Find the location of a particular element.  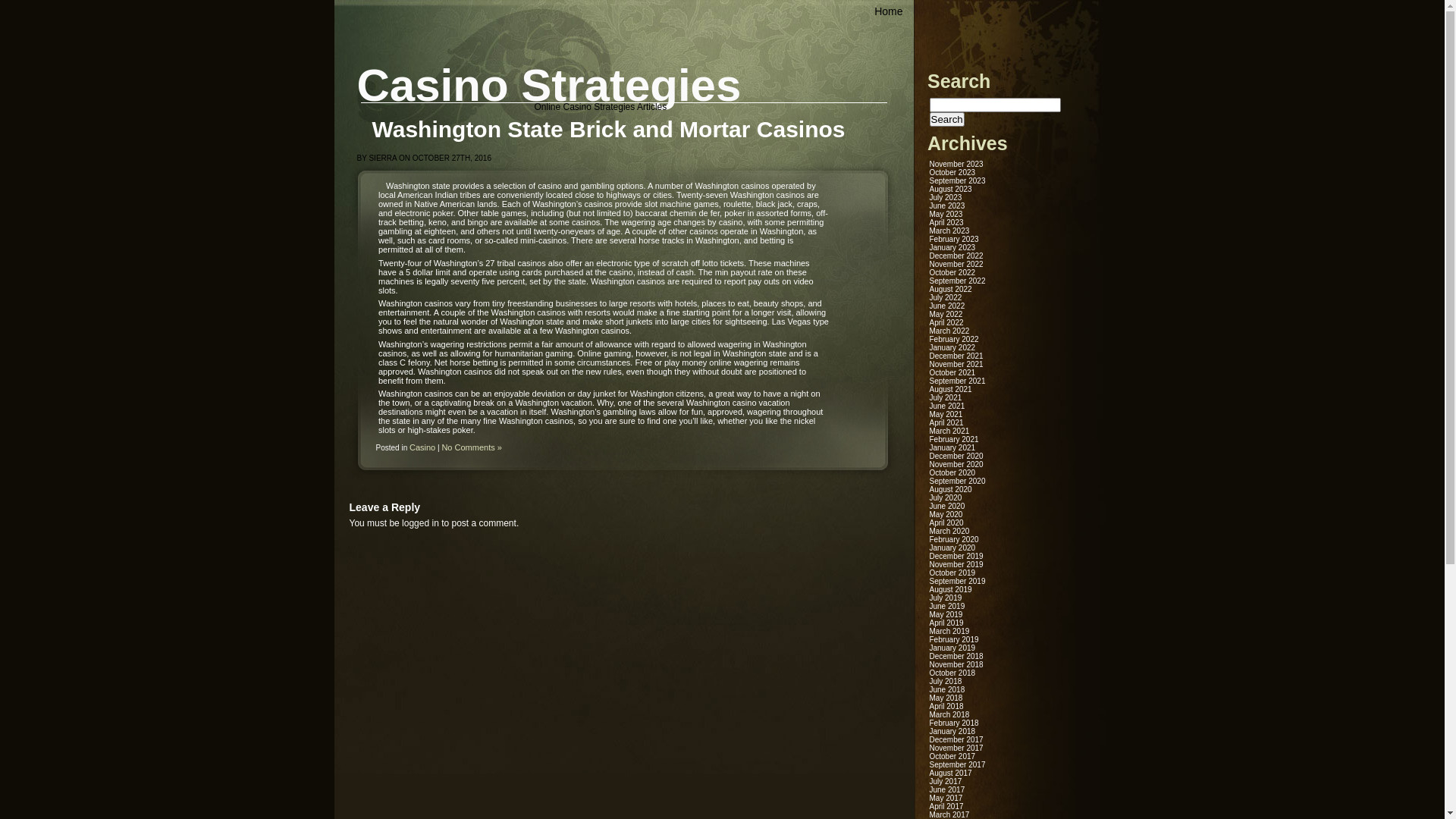

'April 2017' is located at coordinates (946, 805).